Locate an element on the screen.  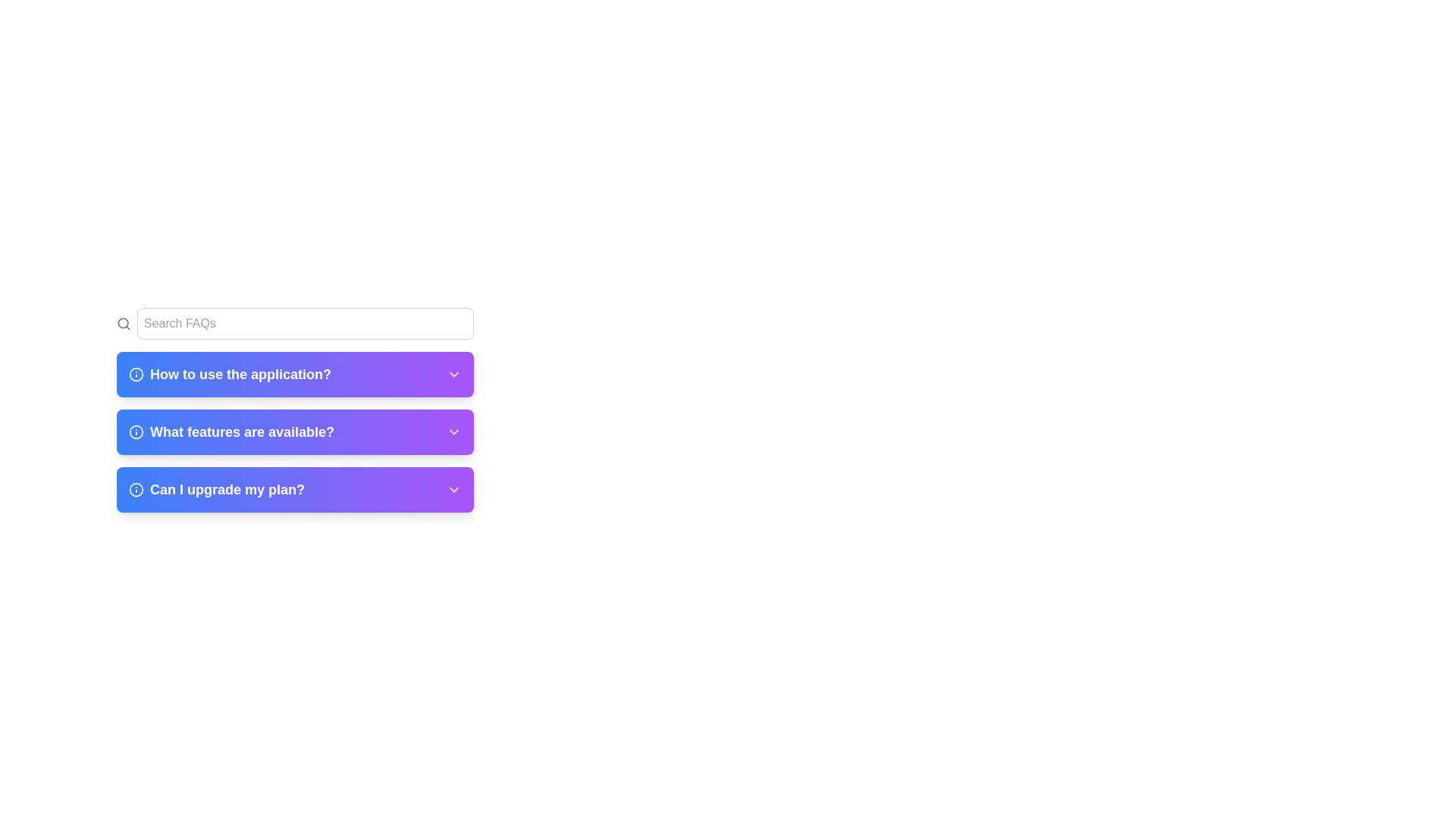
the icon that signifies information about 'How to use the application?' which is positioned to the left of the FAQ question text is located at coordinates (136, 374).